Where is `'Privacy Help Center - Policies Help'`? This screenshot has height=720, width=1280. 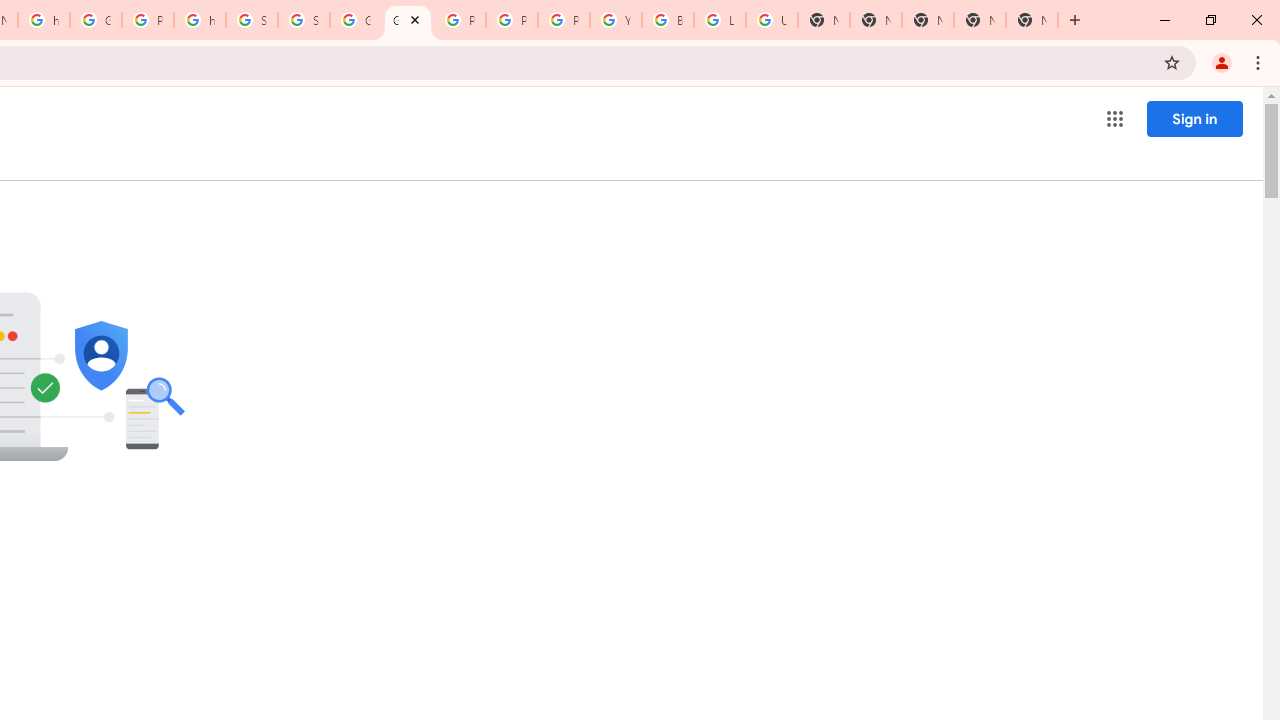
'Privacy Help Center - Policies Help' is located at coordinates (459, 20).